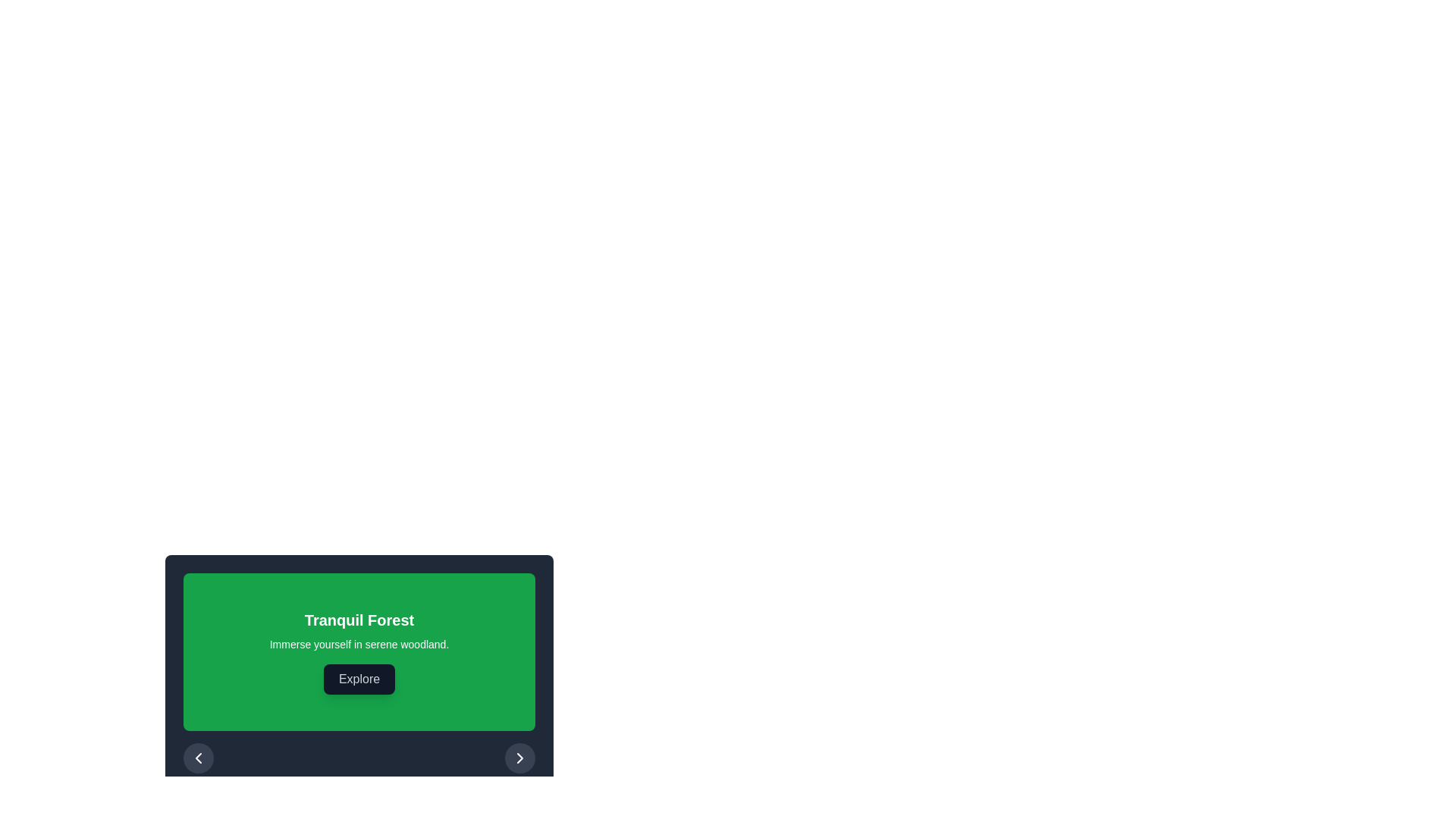  Describe the element at coordinates (359, 656) in the screenshot. I see `the centrally located button beneath the title 'Tranquil Forest' and subtitle 'Immerse yourself in serene woodland' to observe visual feedback` at that location.